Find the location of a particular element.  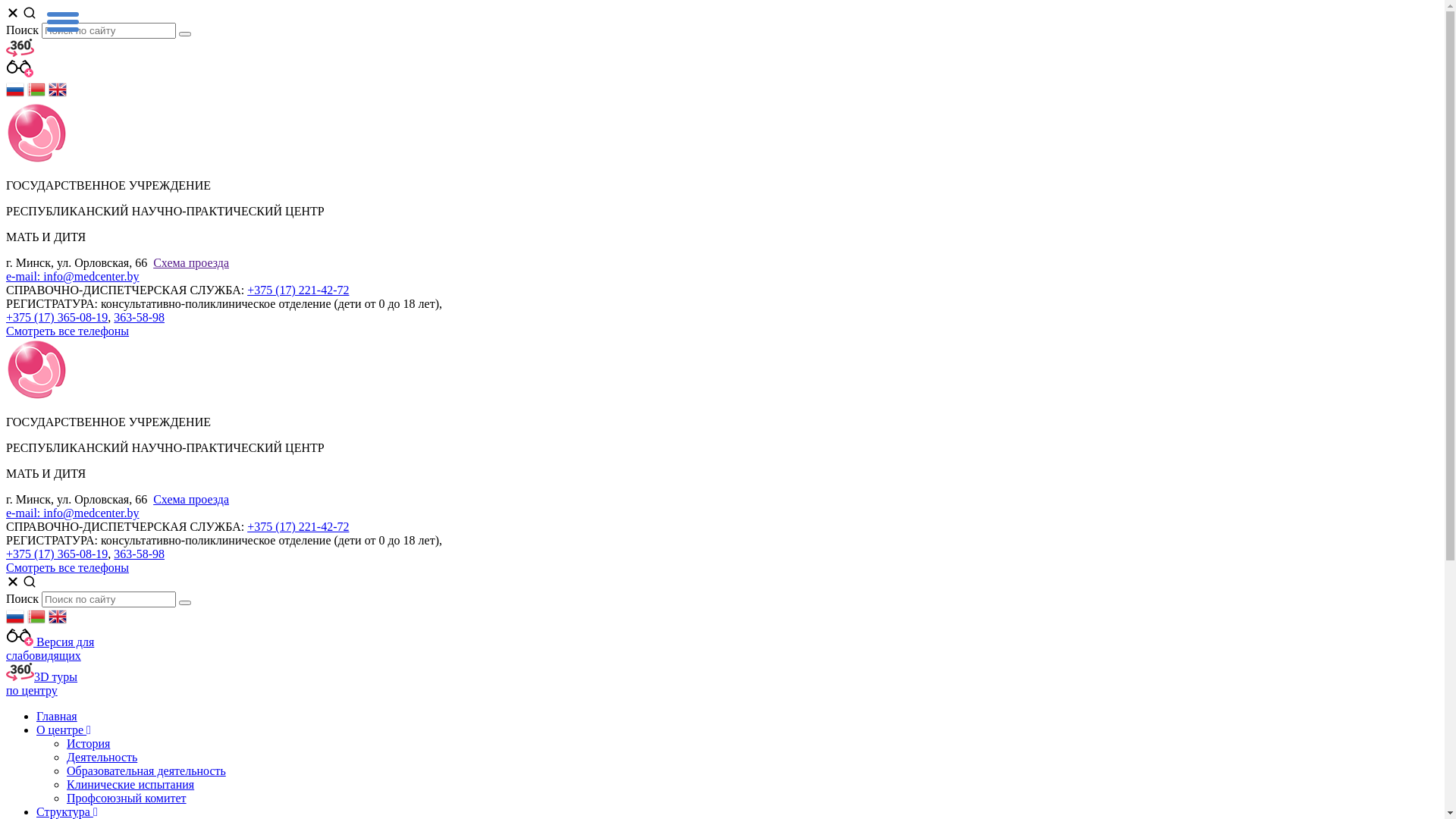

'English' is located at coordinates (58, 94).